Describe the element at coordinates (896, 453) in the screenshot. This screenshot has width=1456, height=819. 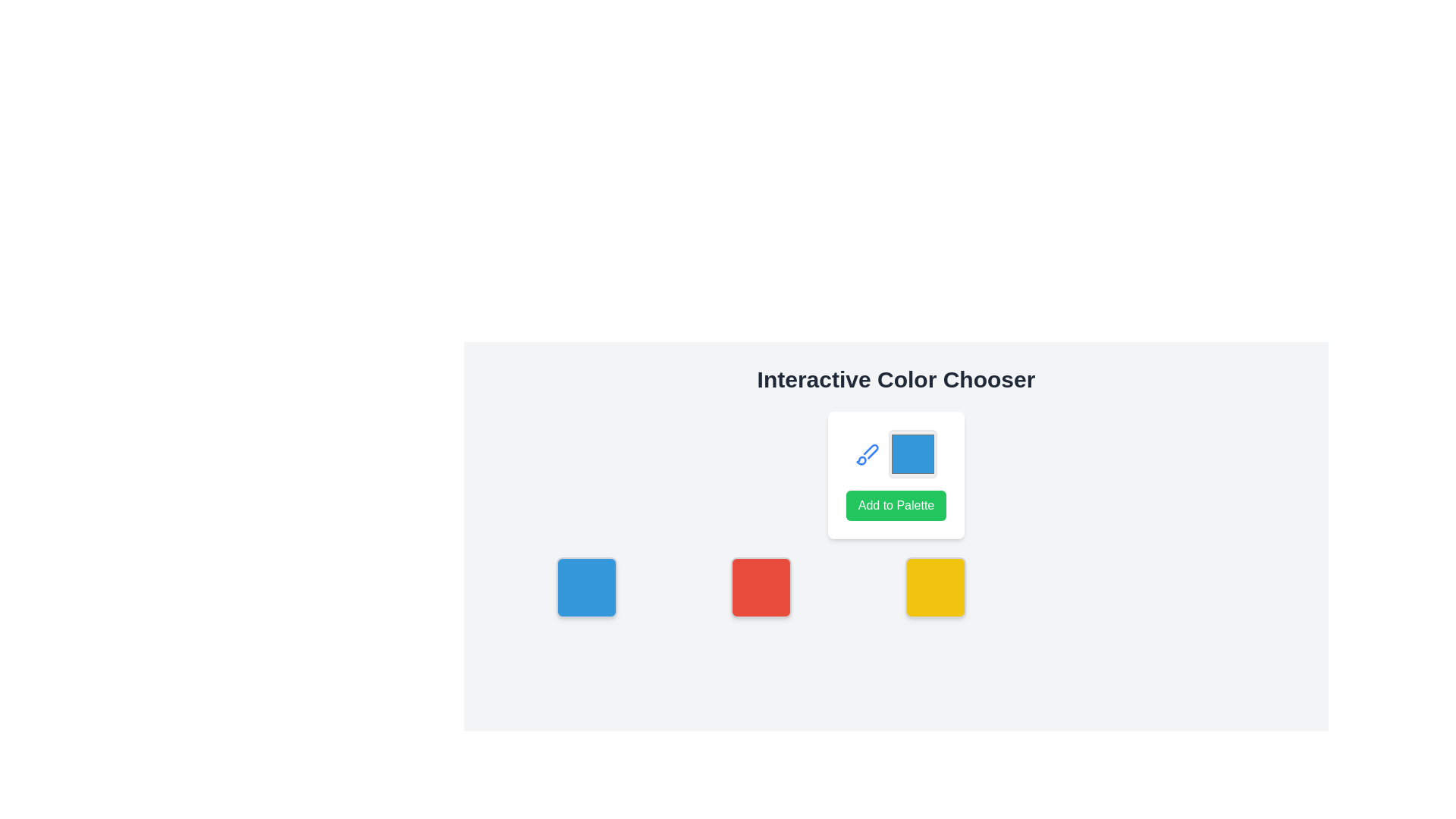
I see `the interactive color picker button that displays the currently selected color (blue)` at that location.